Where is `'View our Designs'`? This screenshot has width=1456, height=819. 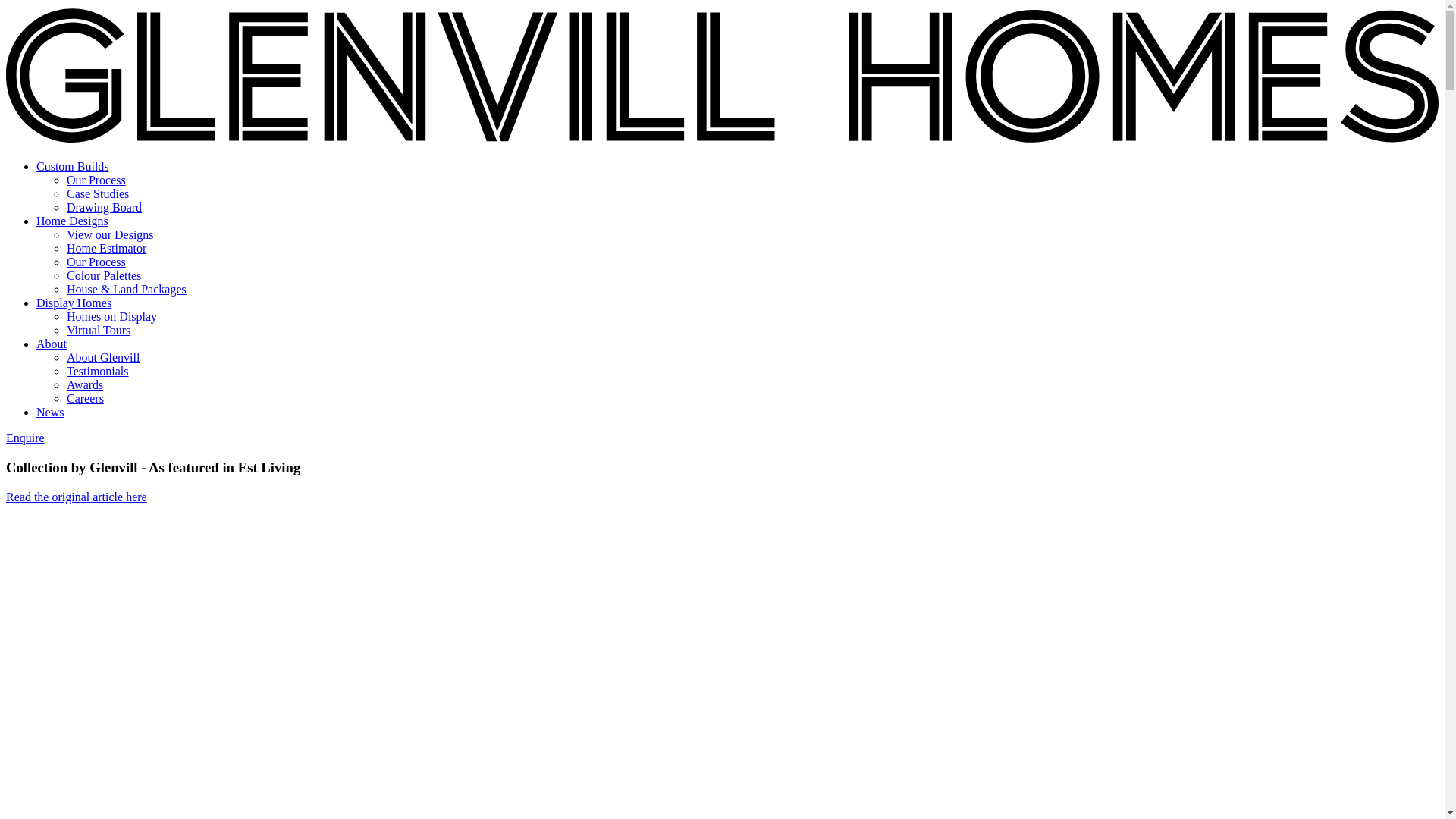
'View our Designs' is located at coordinates (109, 234).